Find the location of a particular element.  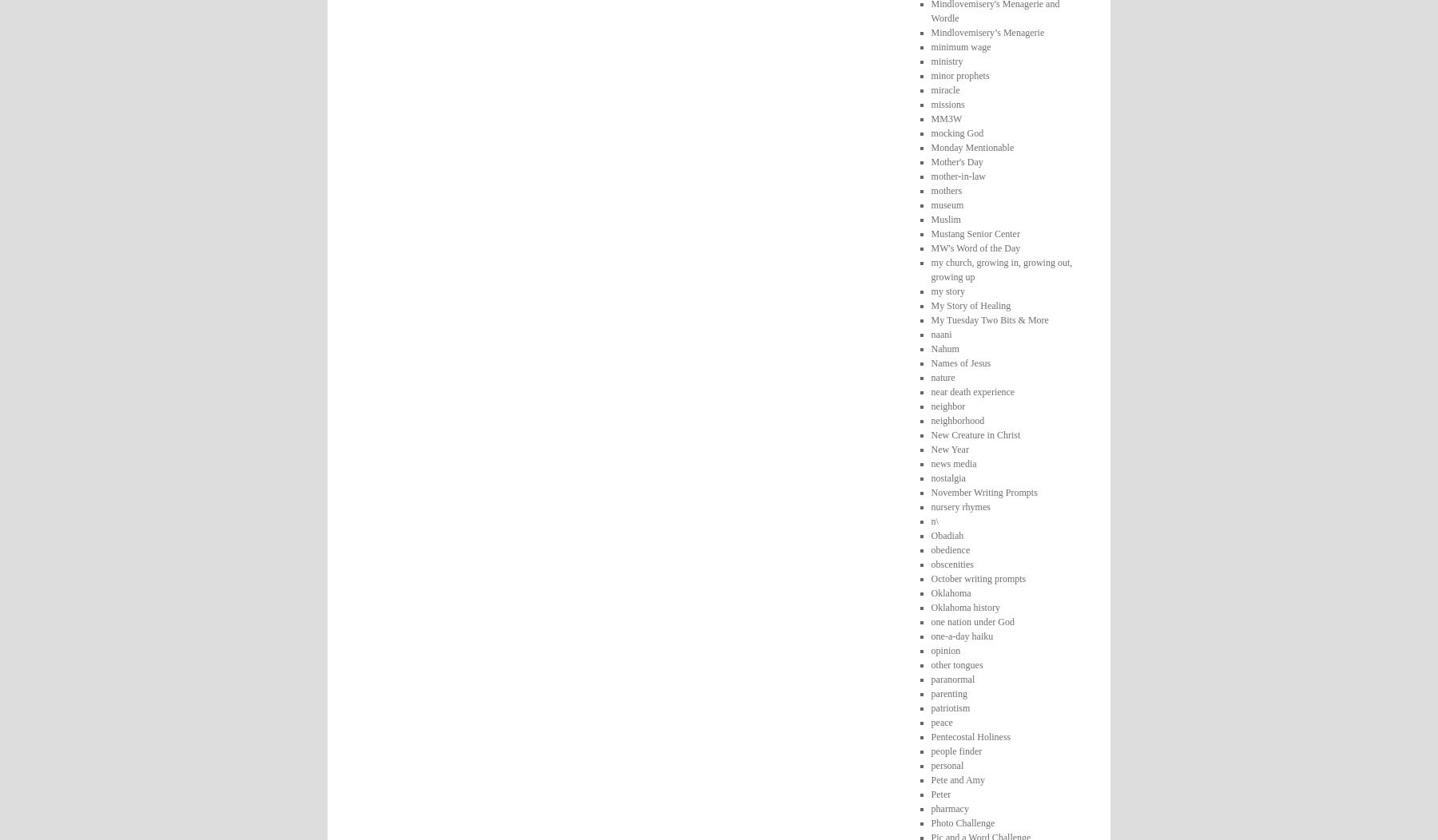

'peace' is located at coordinates (940, 721).